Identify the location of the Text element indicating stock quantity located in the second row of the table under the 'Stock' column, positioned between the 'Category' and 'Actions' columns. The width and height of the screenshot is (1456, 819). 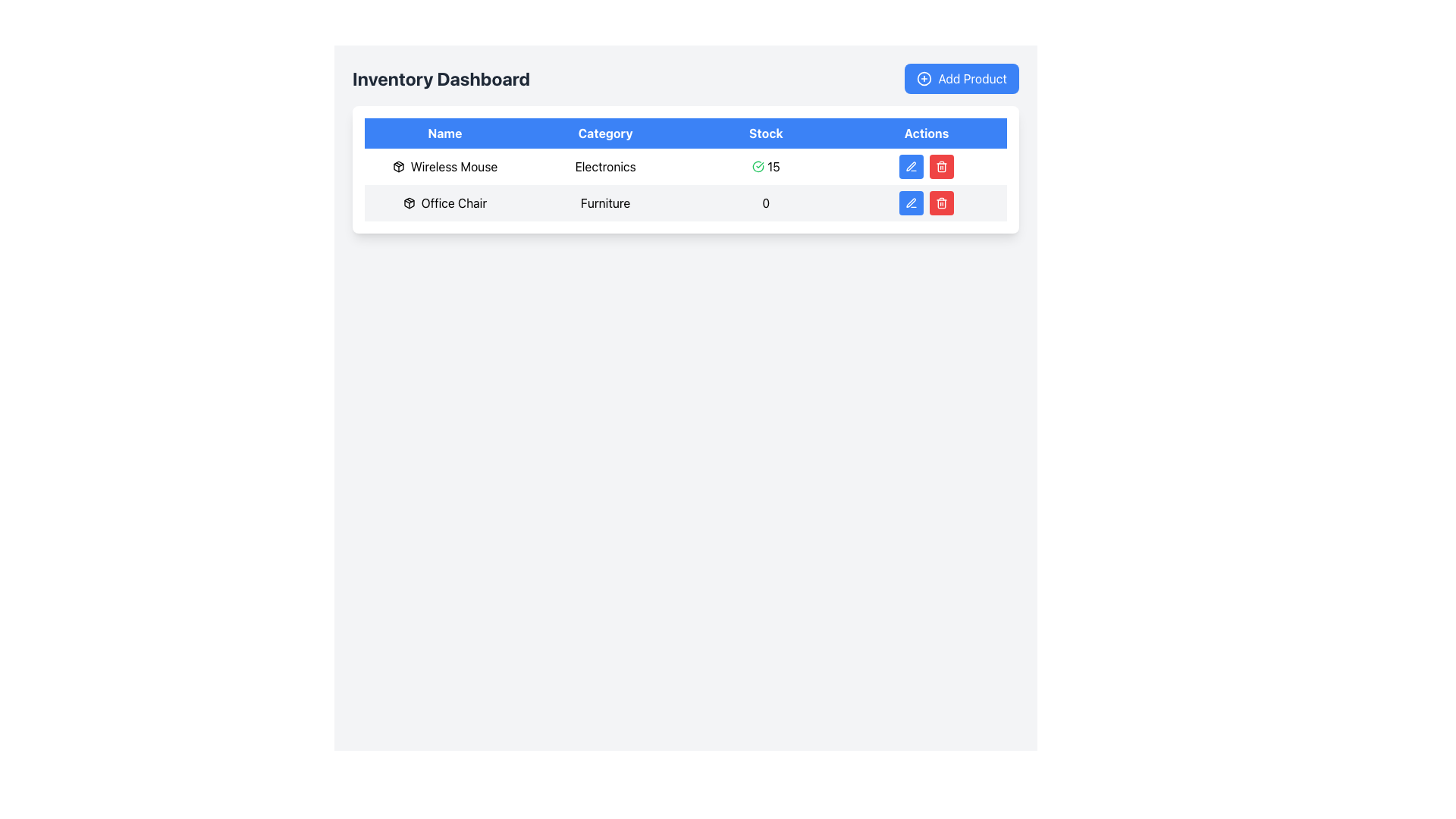
(766, 202).